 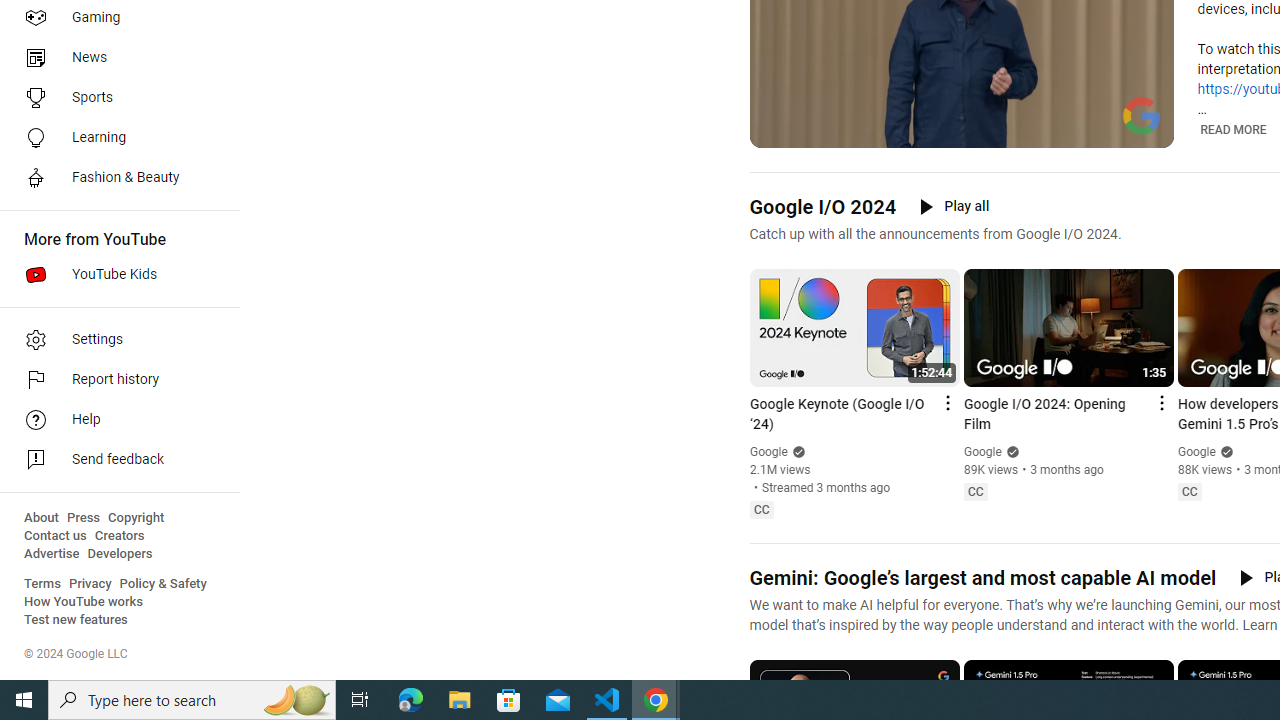 I want to click on 'Full screen (f)', so click(x=1143, y=130).